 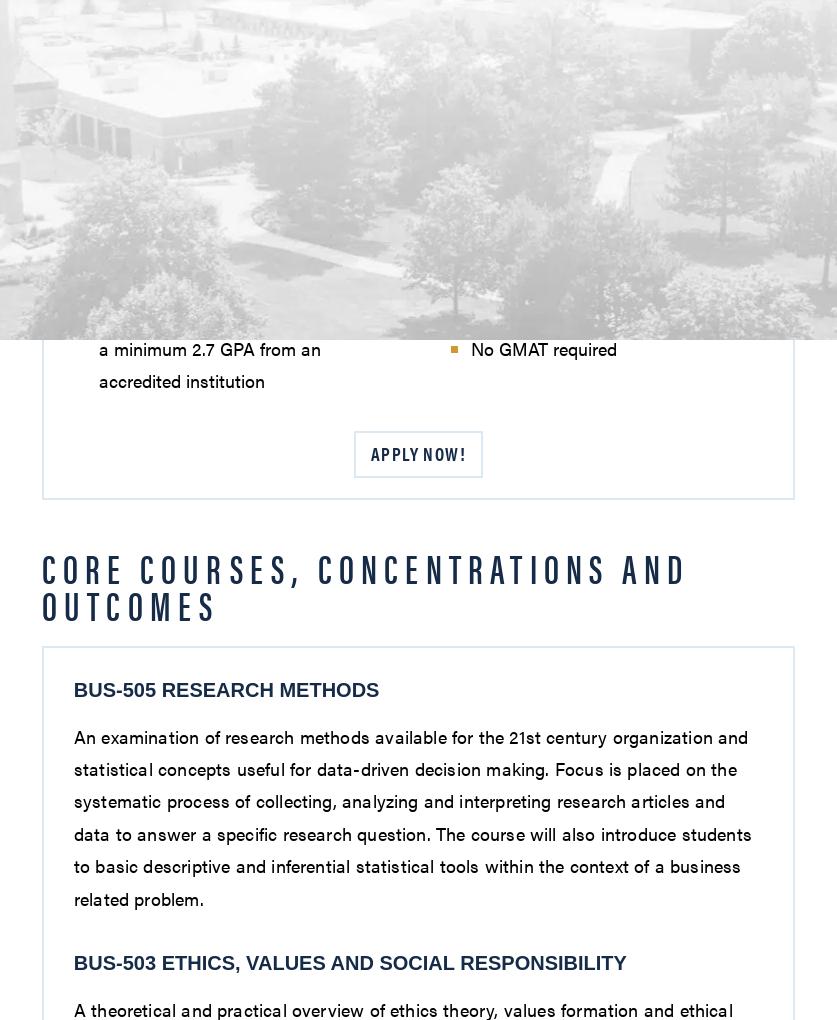 I want to click on 'Apply Now!', so click(x=417, y=452).